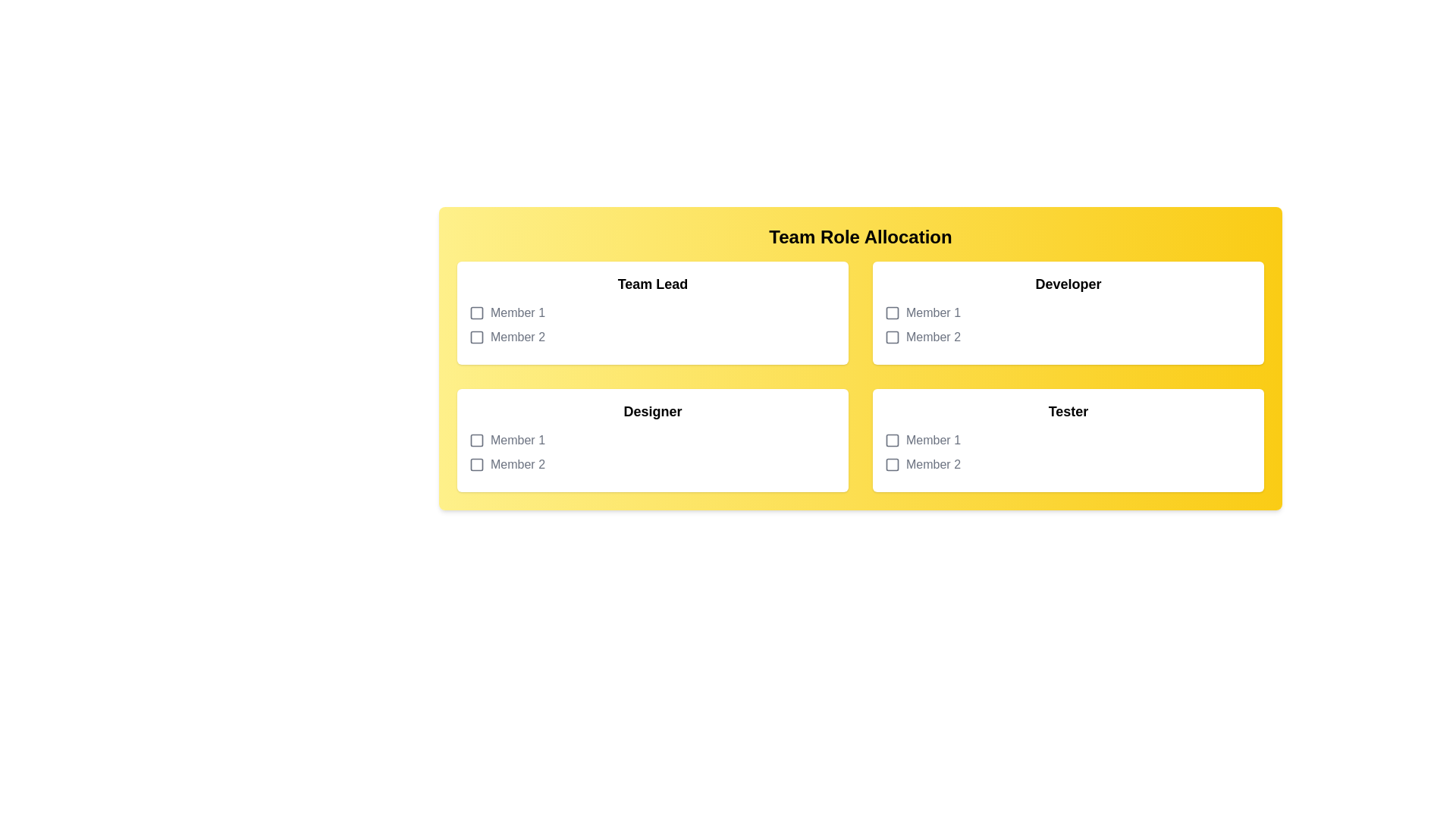 This screenshot has height=819, width=1456. Describe the element at coordinates (475, 441) in the screenshot. I see `the icon next to Designer for Member 1 to toggle selection` at that location.